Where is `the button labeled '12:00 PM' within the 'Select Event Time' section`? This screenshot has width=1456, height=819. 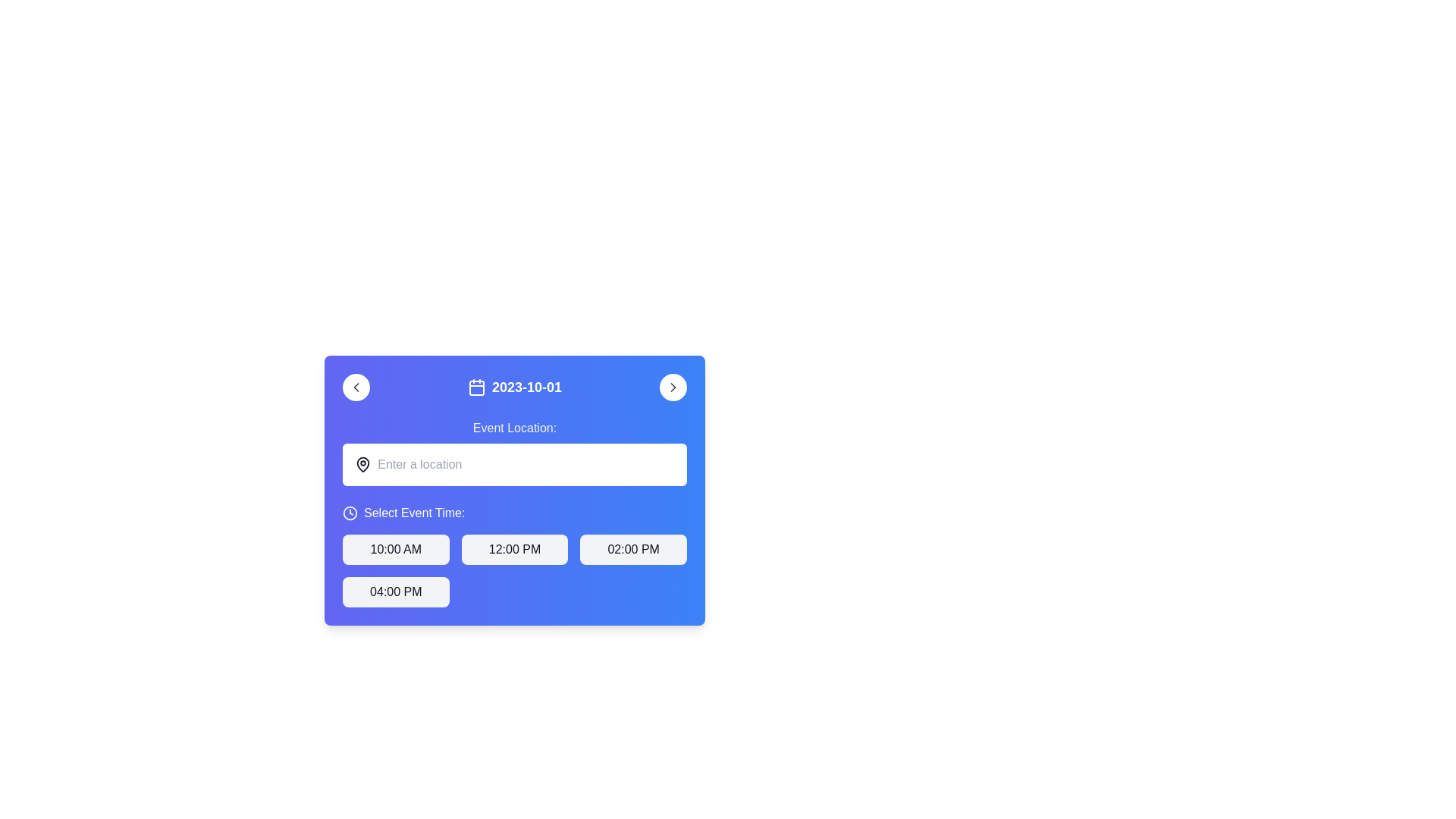 the button labeled '12:00 PM' within the 'Select Event Time' section is located at coordinates (514, 550).